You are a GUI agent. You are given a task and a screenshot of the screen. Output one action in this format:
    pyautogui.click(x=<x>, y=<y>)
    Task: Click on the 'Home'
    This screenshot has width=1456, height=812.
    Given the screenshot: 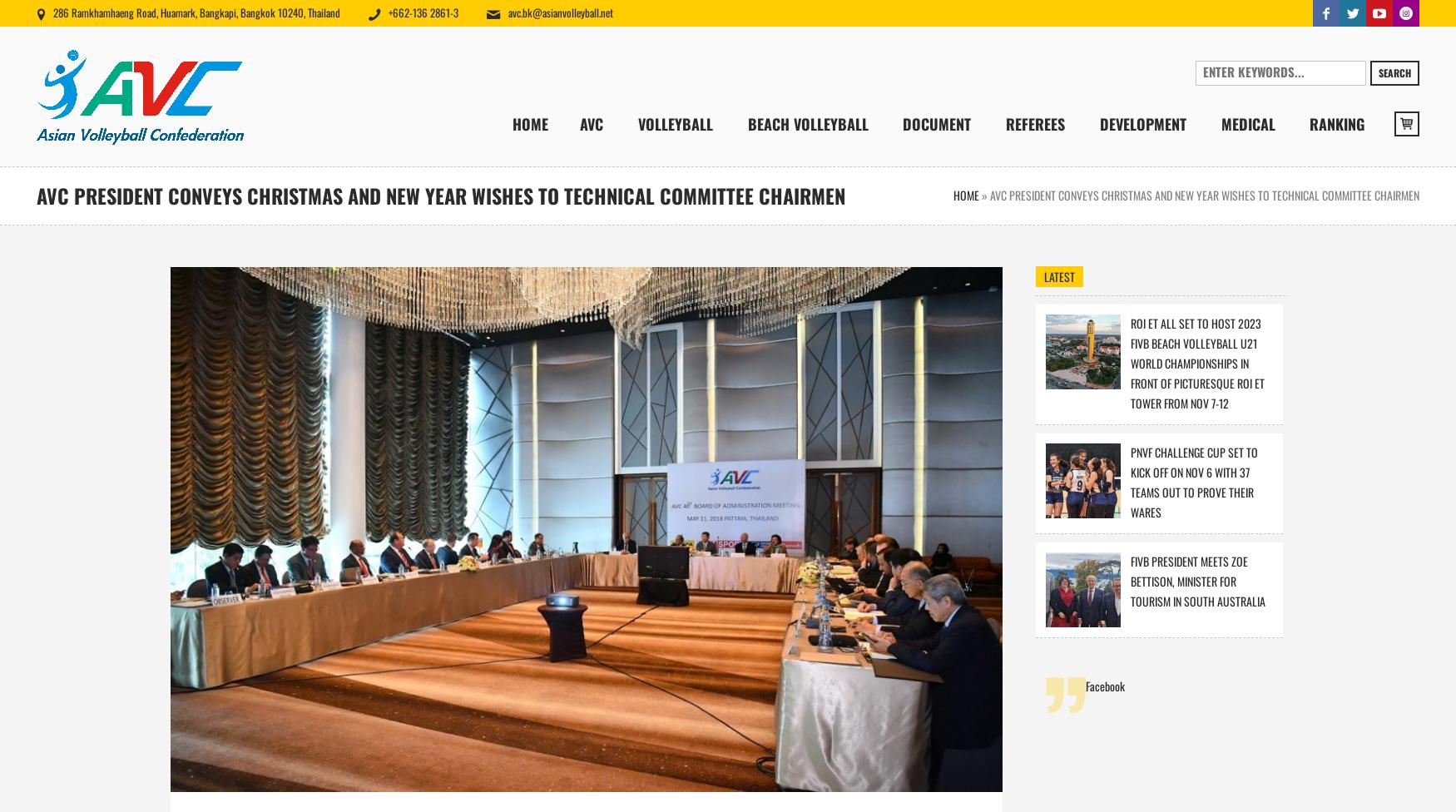 What is the action you would take?
    pyautogui.click(x=965, y=194)
    